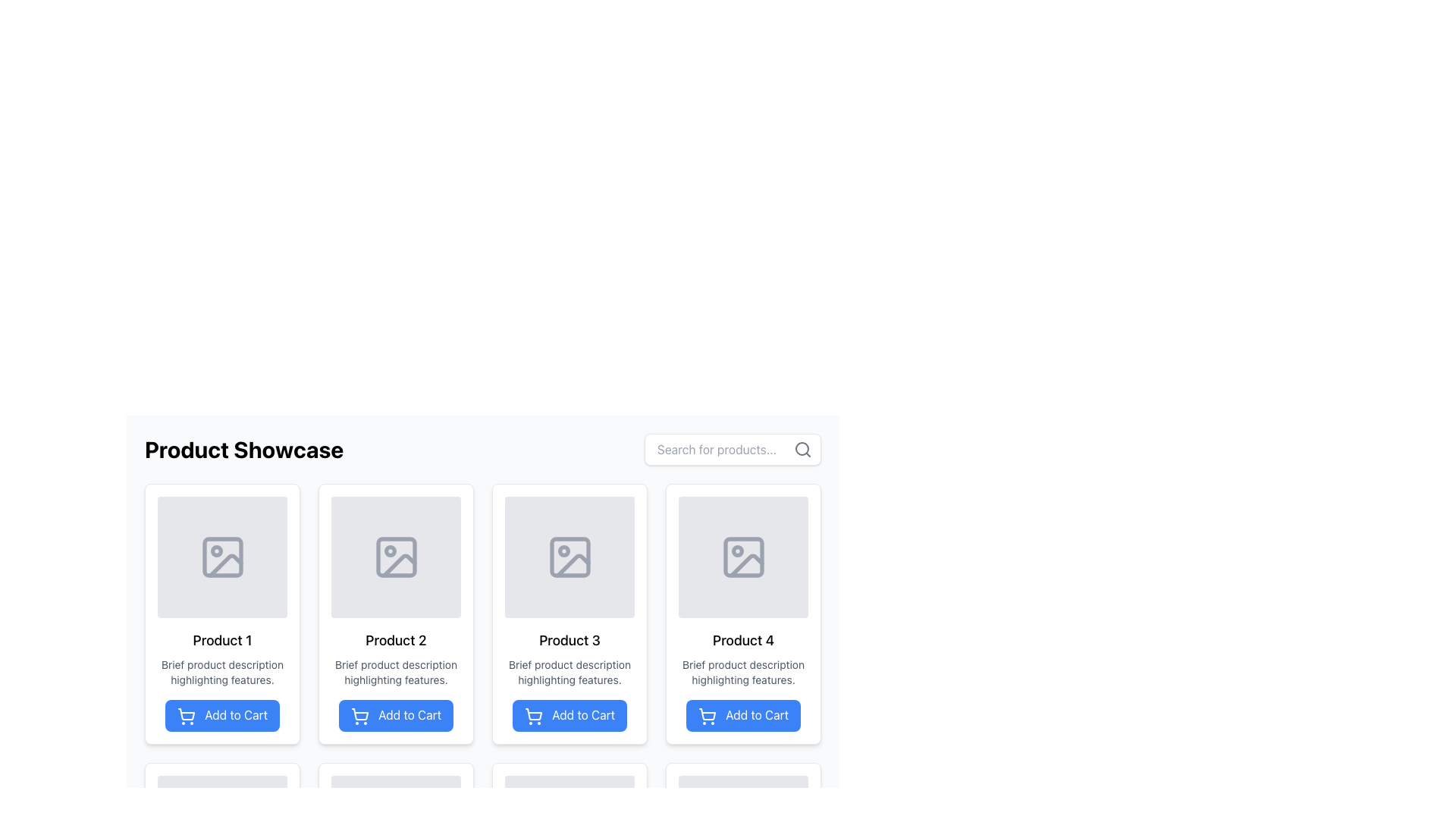  What do you see at coordinates (533, 716) in the screenshot?
I see `the 'Add to Cart' button containing the shopping cart icon located within the third product card in the 'Product Showcase' section` at bounding box center [533, 716].